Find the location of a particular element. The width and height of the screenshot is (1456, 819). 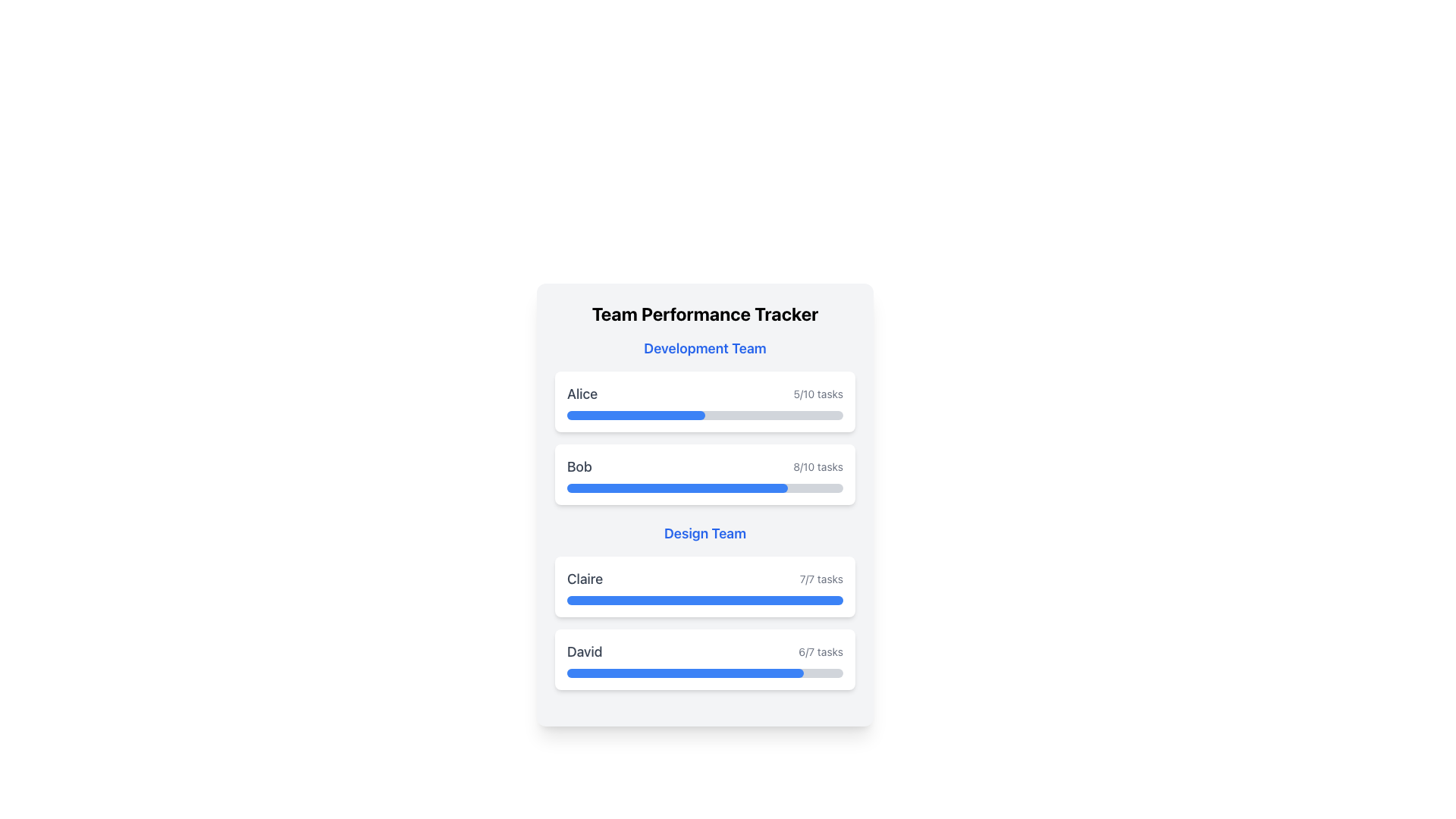

the progress bar located below the 'Alice' label in the 'Development Team' section, which visually represents a progress indicator with a filled blue portion is located at coordinates (636, 415).